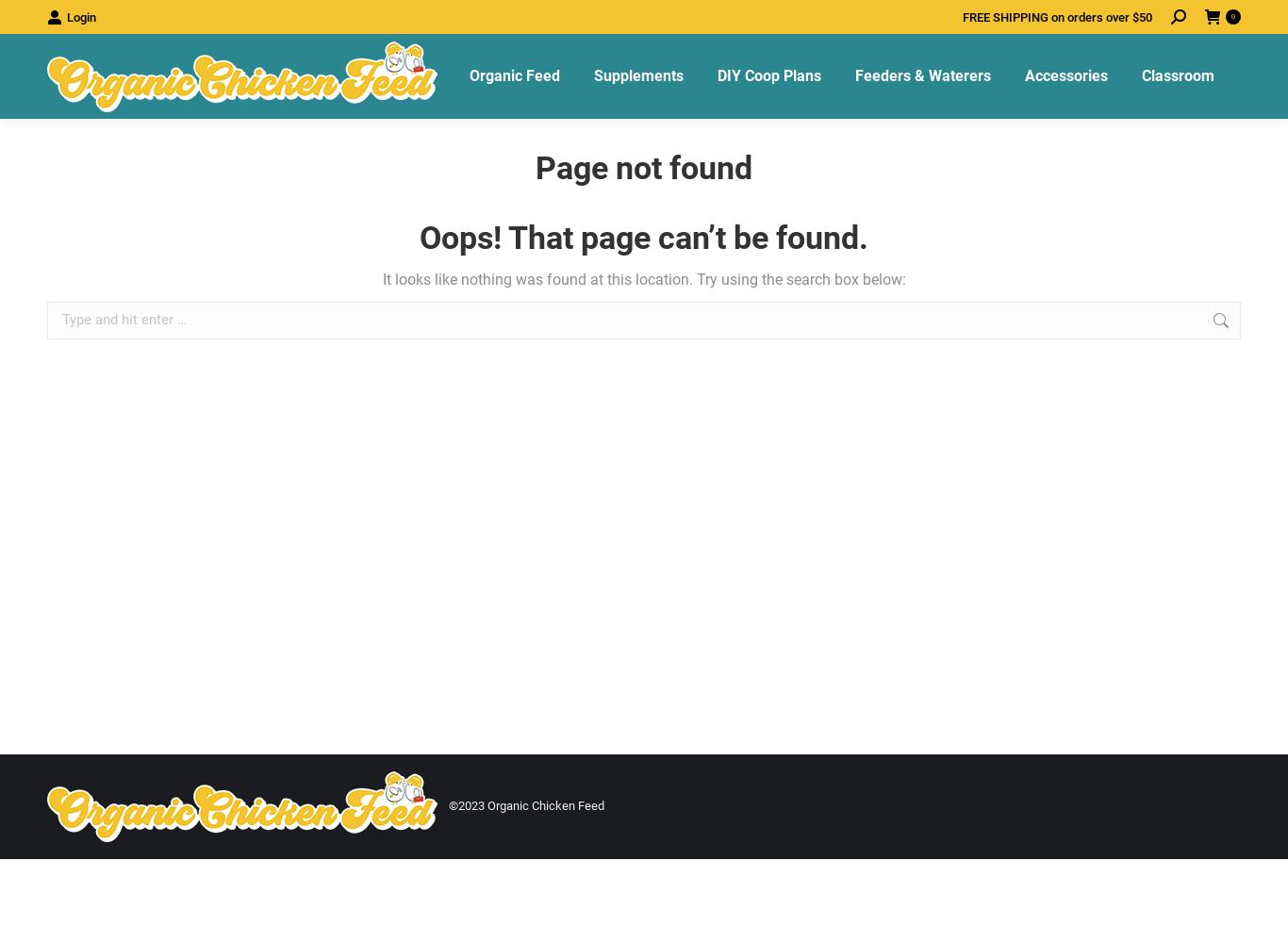 This screenshot has height=943, width=1288. What do you see at coordinates (1057, 255) in the screenshot?
I see `'Egg Cartons'` at bounding box center [1057, 255].